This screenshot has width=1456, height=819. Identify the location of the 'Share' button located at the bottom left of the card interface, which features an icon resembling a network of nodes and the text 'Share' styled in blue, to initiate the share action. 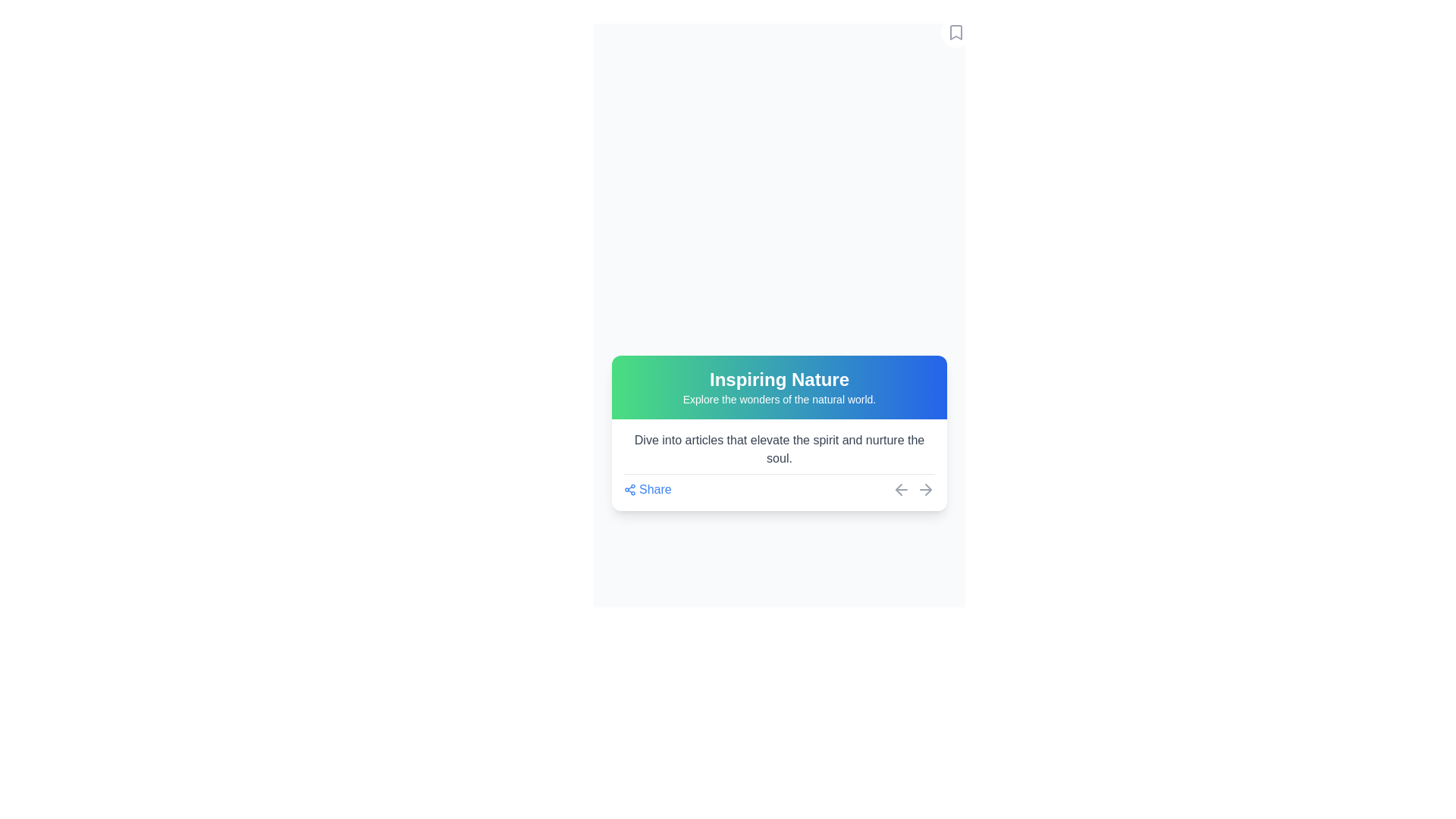
(648, 489).